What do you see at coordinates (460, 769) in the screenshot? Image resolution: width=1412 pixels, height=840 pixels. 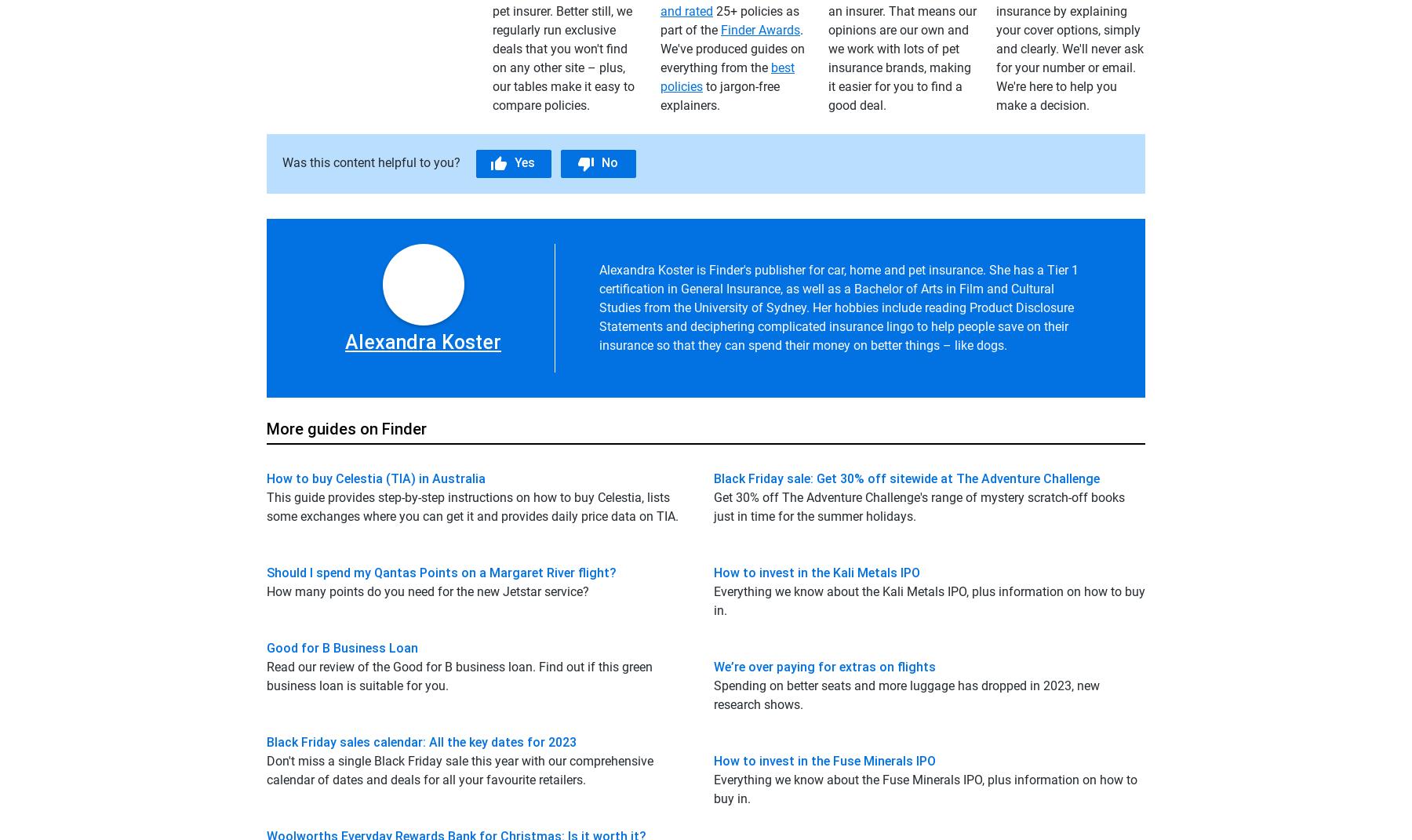 I see `'Don't miss a single Black Friday sale this year with our comprehensive calendar of dates and deals for all your favourite retailers.'` at bounding box center [460, 769].